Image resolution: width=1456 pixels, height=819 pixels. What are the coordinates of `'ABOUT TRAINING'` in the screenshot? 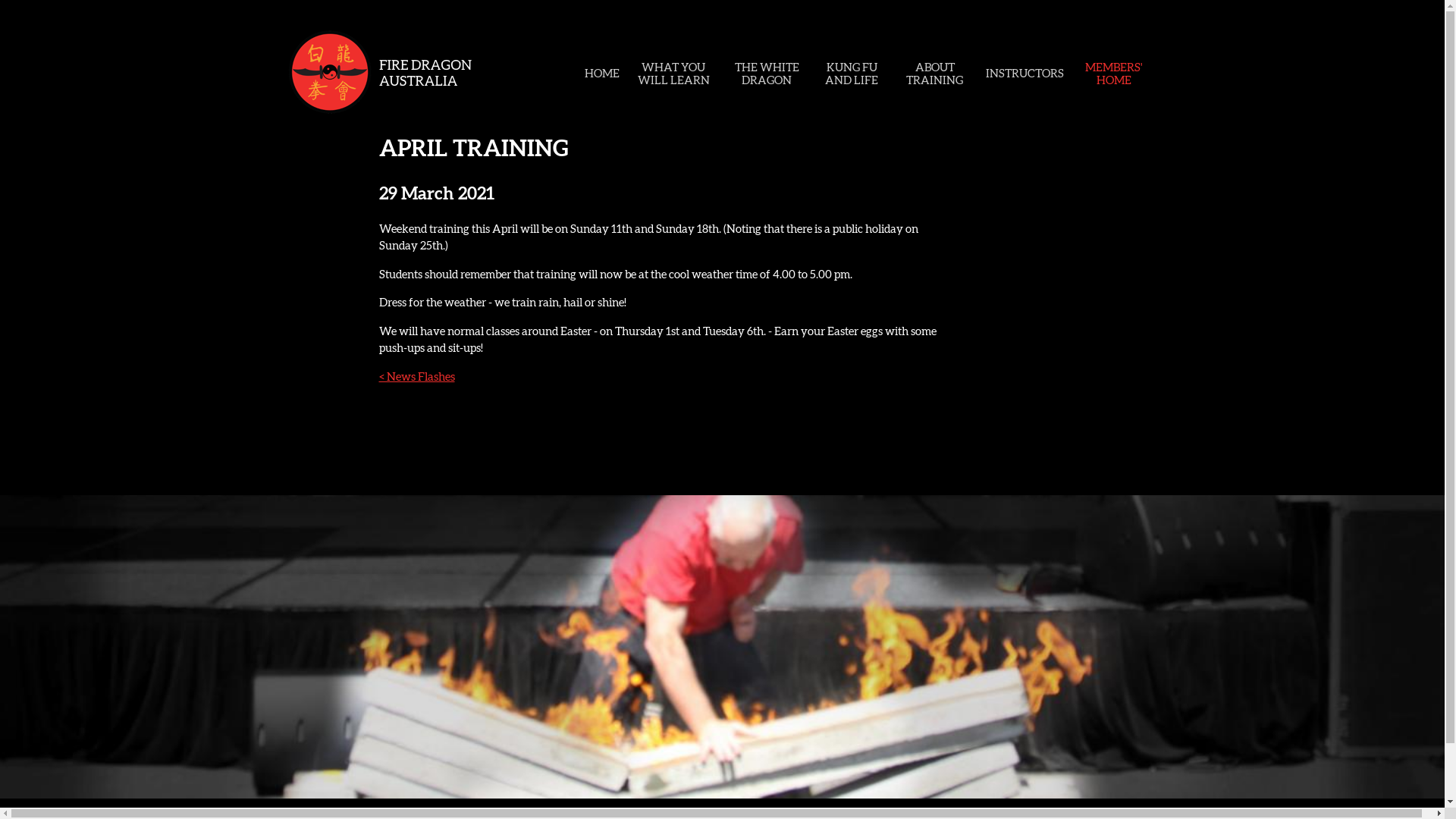 It's located at (934, 73).